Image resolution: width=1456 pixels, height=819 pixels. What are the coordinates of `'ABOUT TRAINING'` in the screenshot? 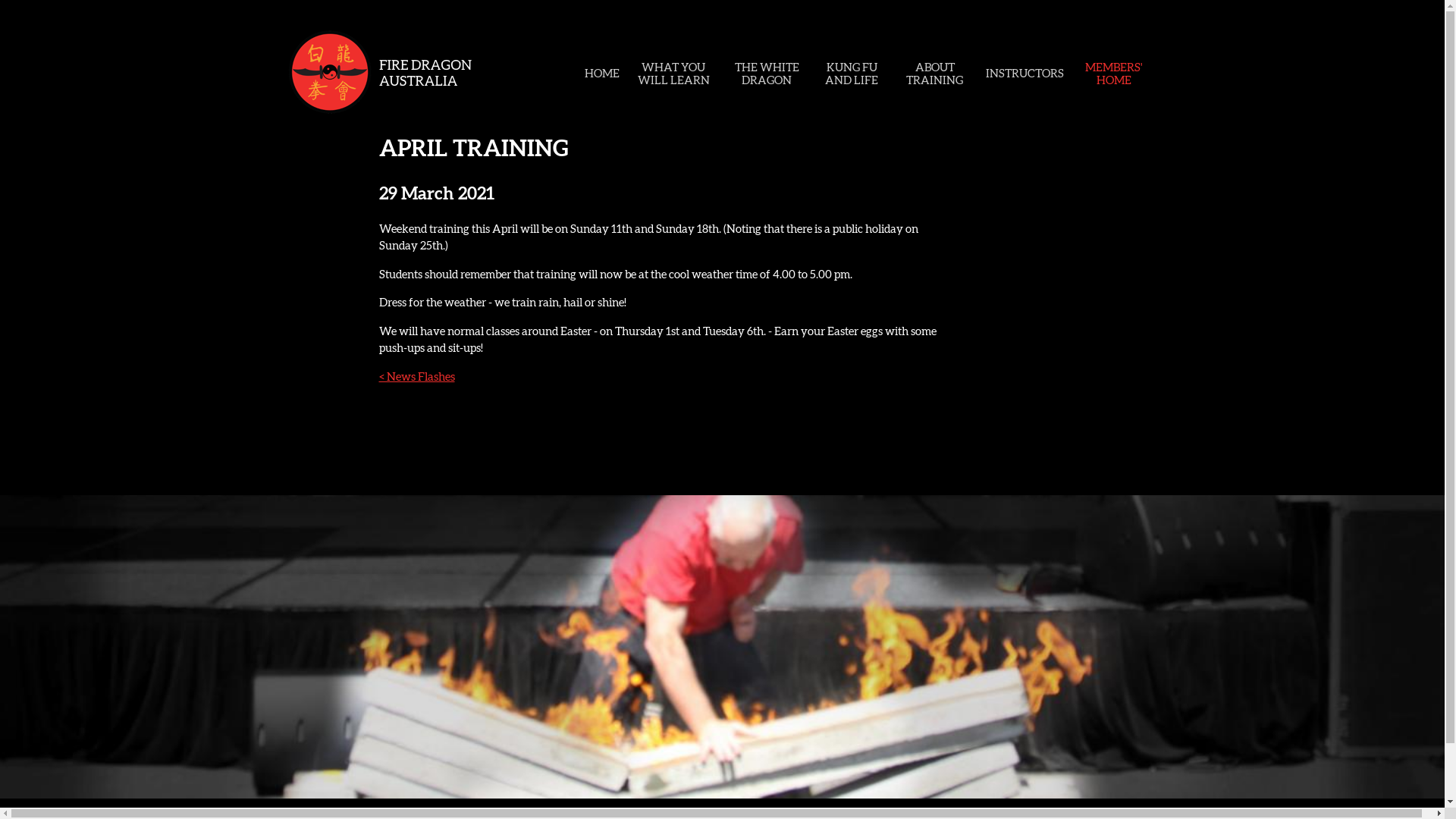 It's located at (934, 73).